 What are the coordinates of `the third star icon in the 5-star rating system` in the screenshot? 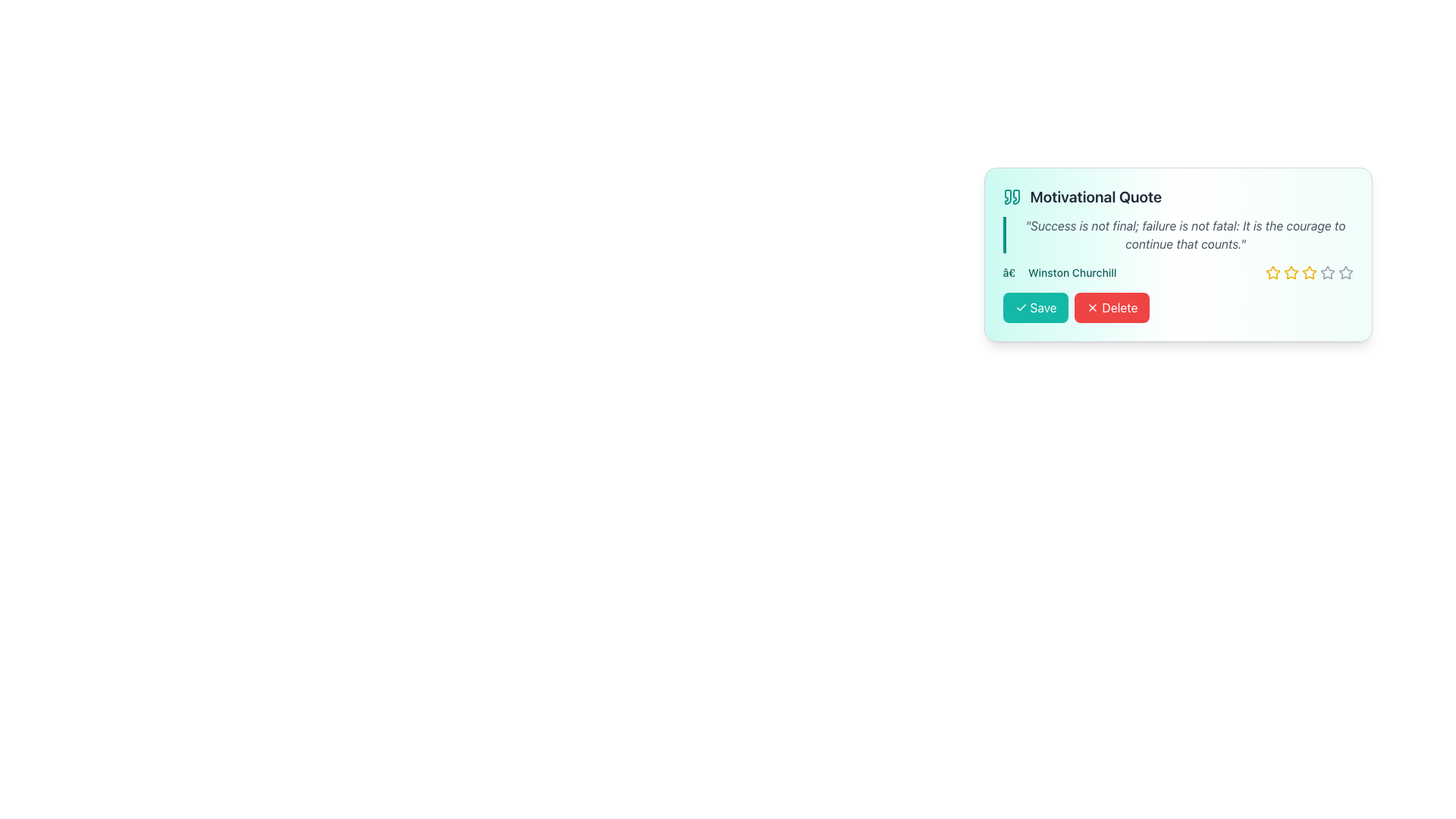 It's located at (1308, 271).